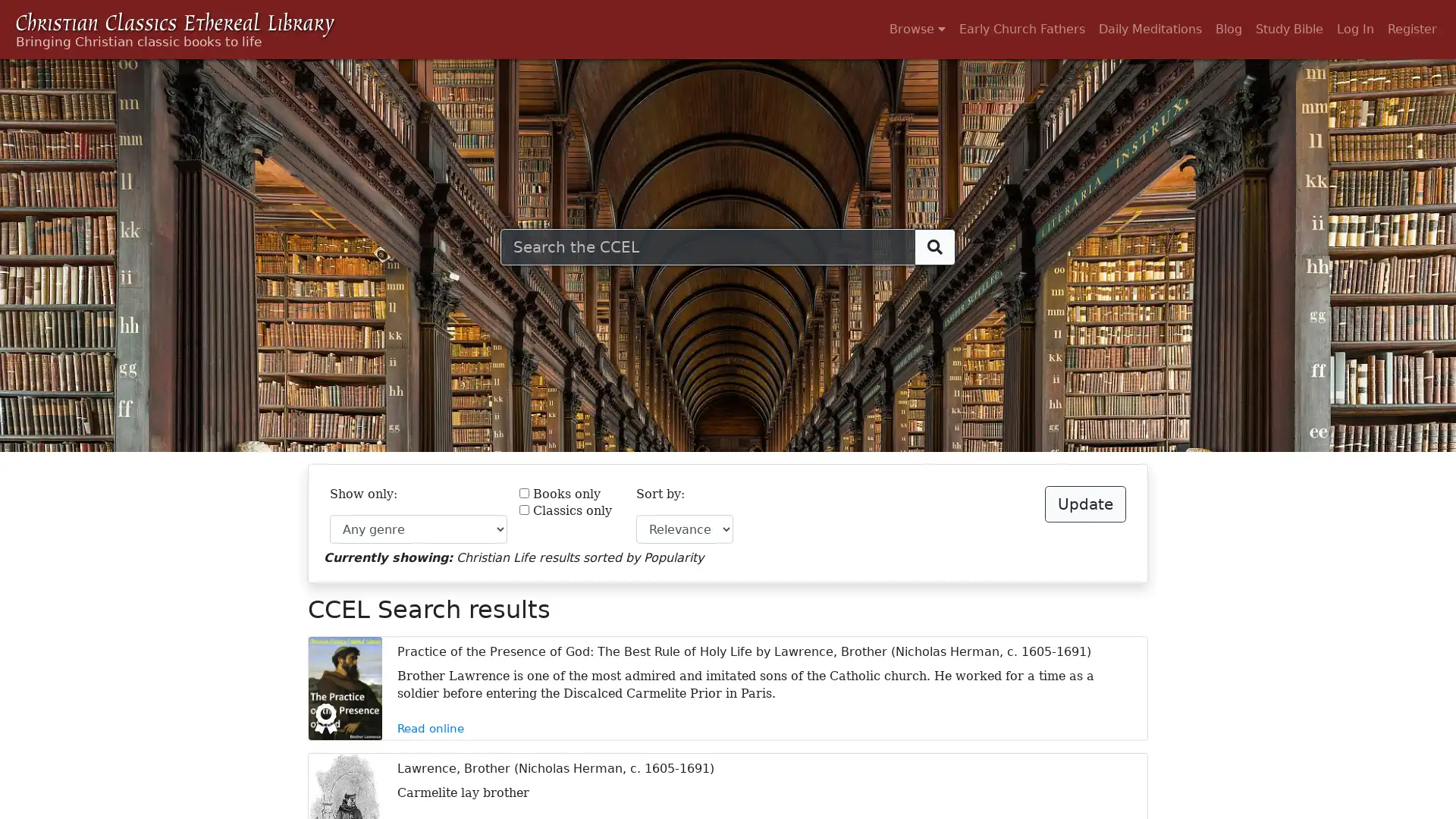 The height and width of the screenshot is (819, 1456). I want to click on Log In, so click(1355, 29).